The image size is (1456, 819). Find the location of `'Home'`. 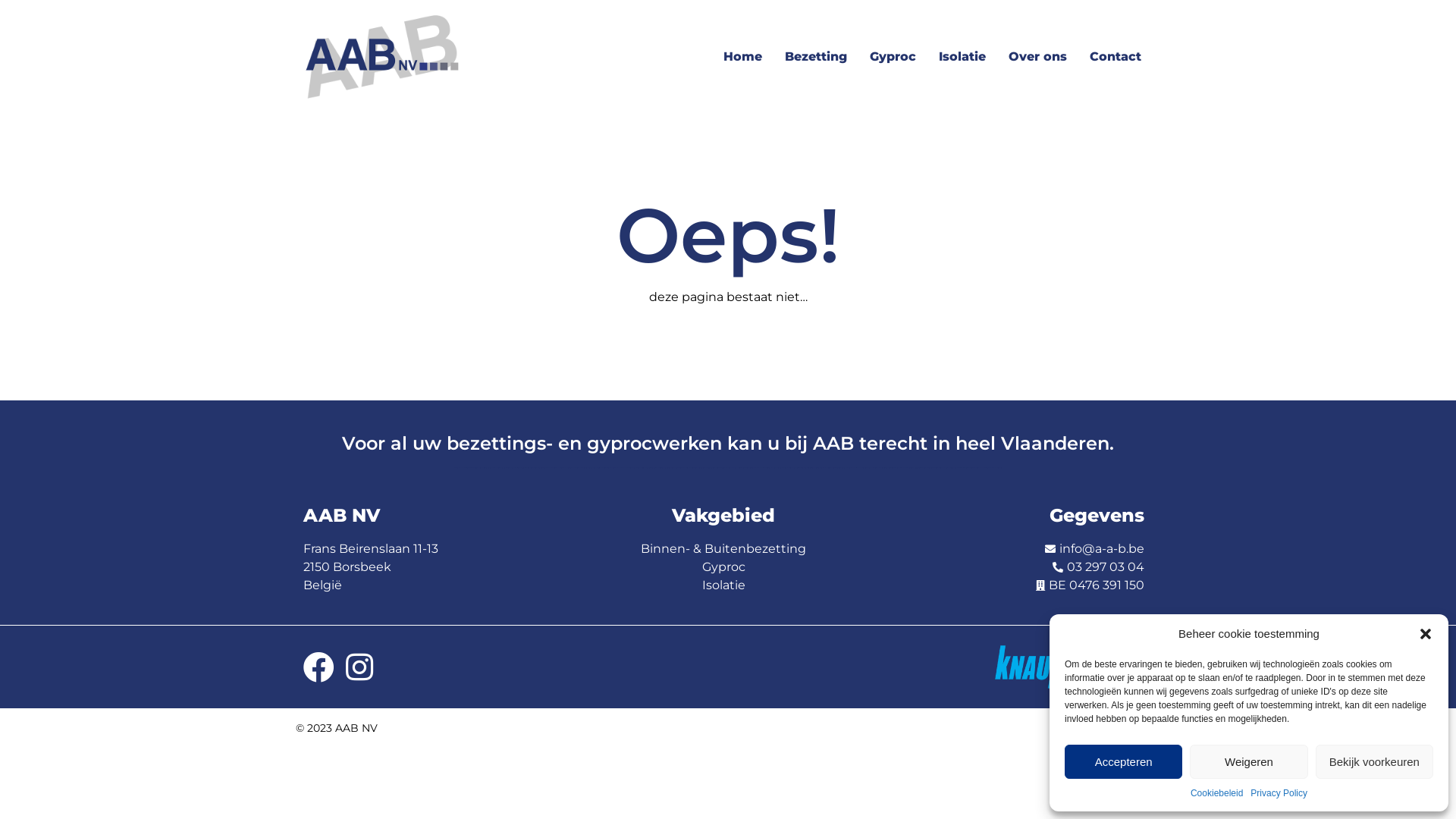

'Home' is located at coordinates (742, 55).